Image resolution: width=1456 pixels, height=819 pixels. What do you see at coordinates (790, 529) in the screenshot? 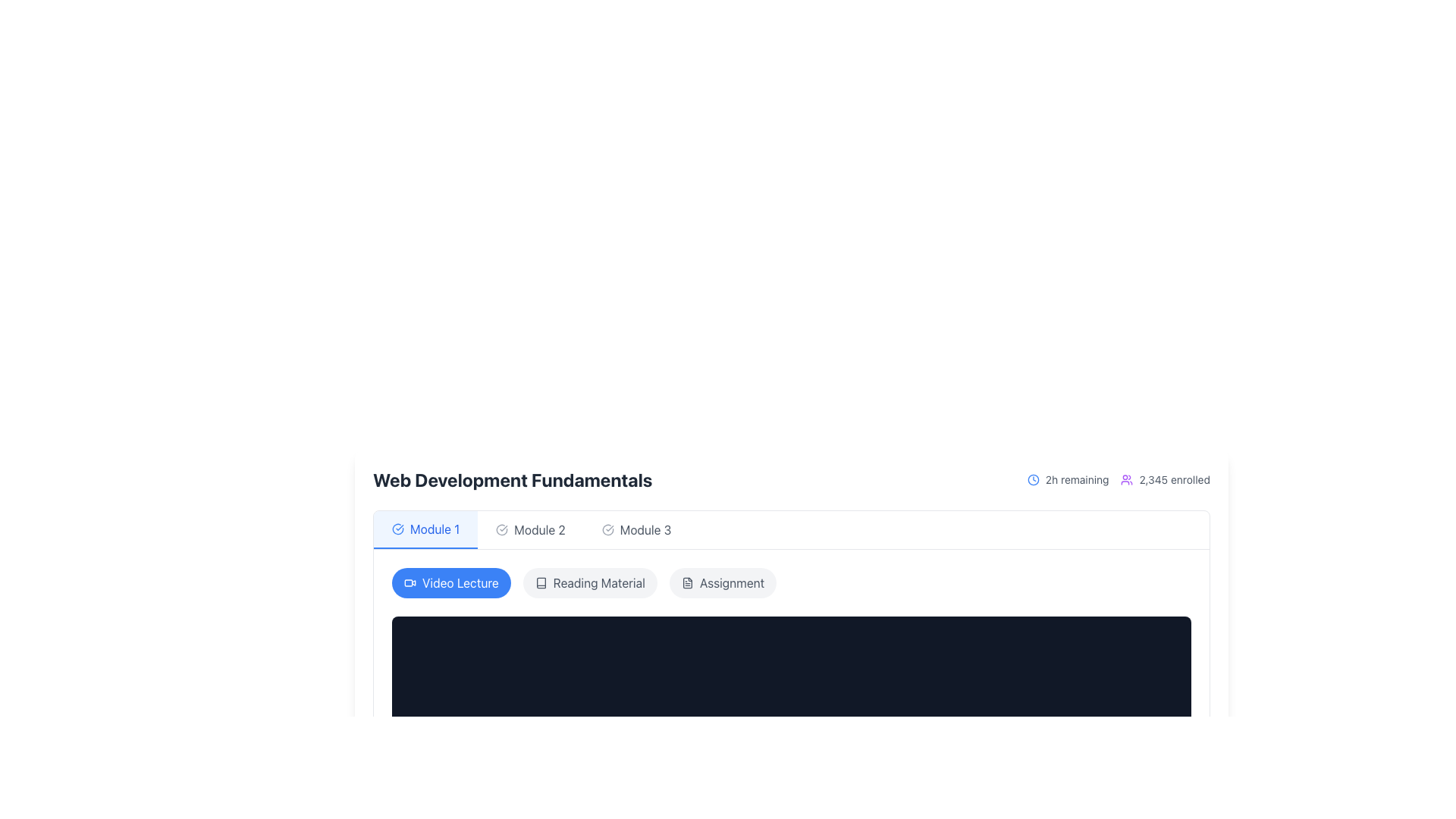
I see `the horizontal navigation bar` at bounding box center [790, 529].